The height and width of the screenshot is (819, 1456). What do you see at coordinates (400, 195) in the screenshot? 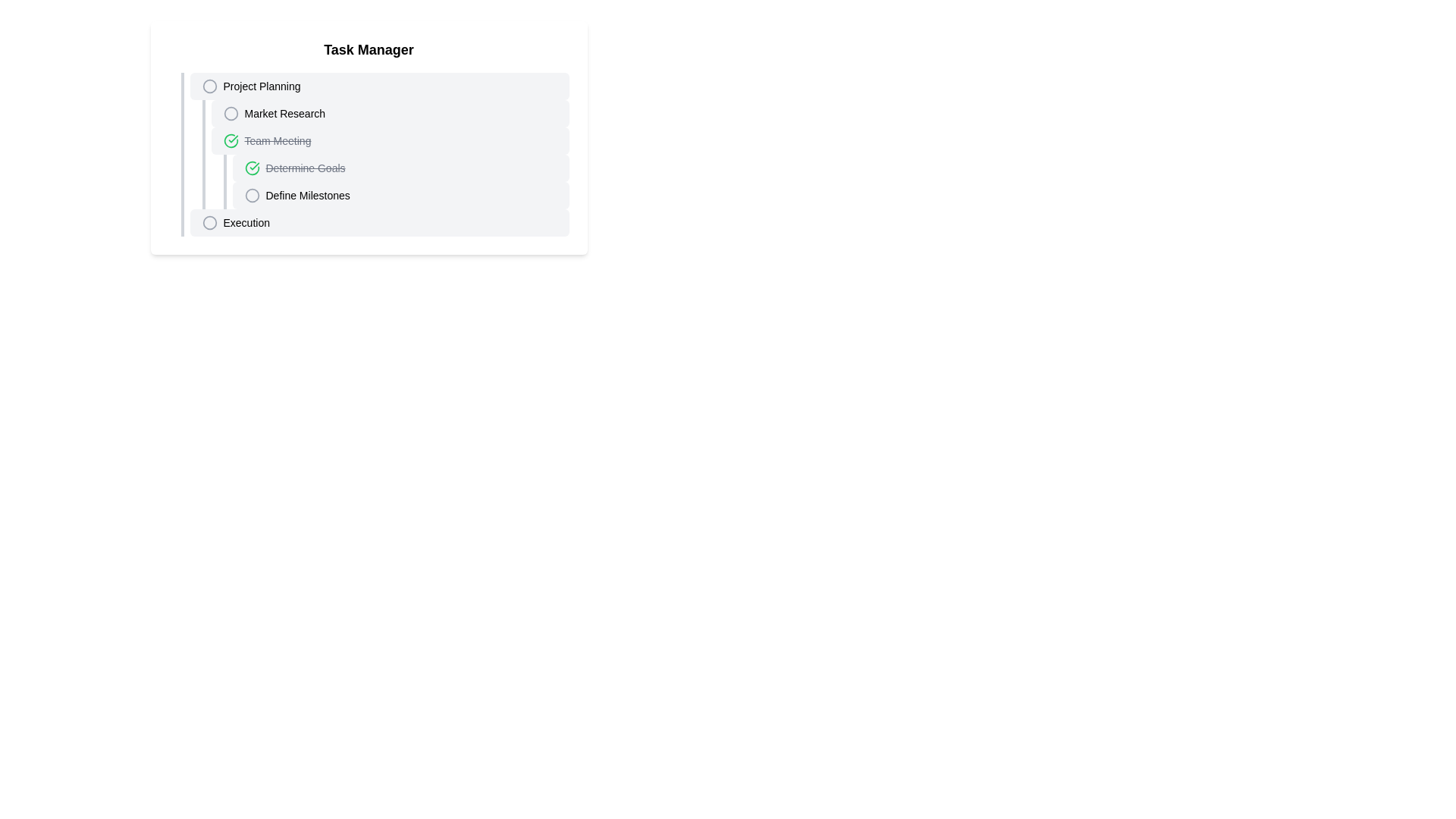
I see `the selectable task item for 'Define Milestones' within the project management interface` at bounding box center [400, 195].